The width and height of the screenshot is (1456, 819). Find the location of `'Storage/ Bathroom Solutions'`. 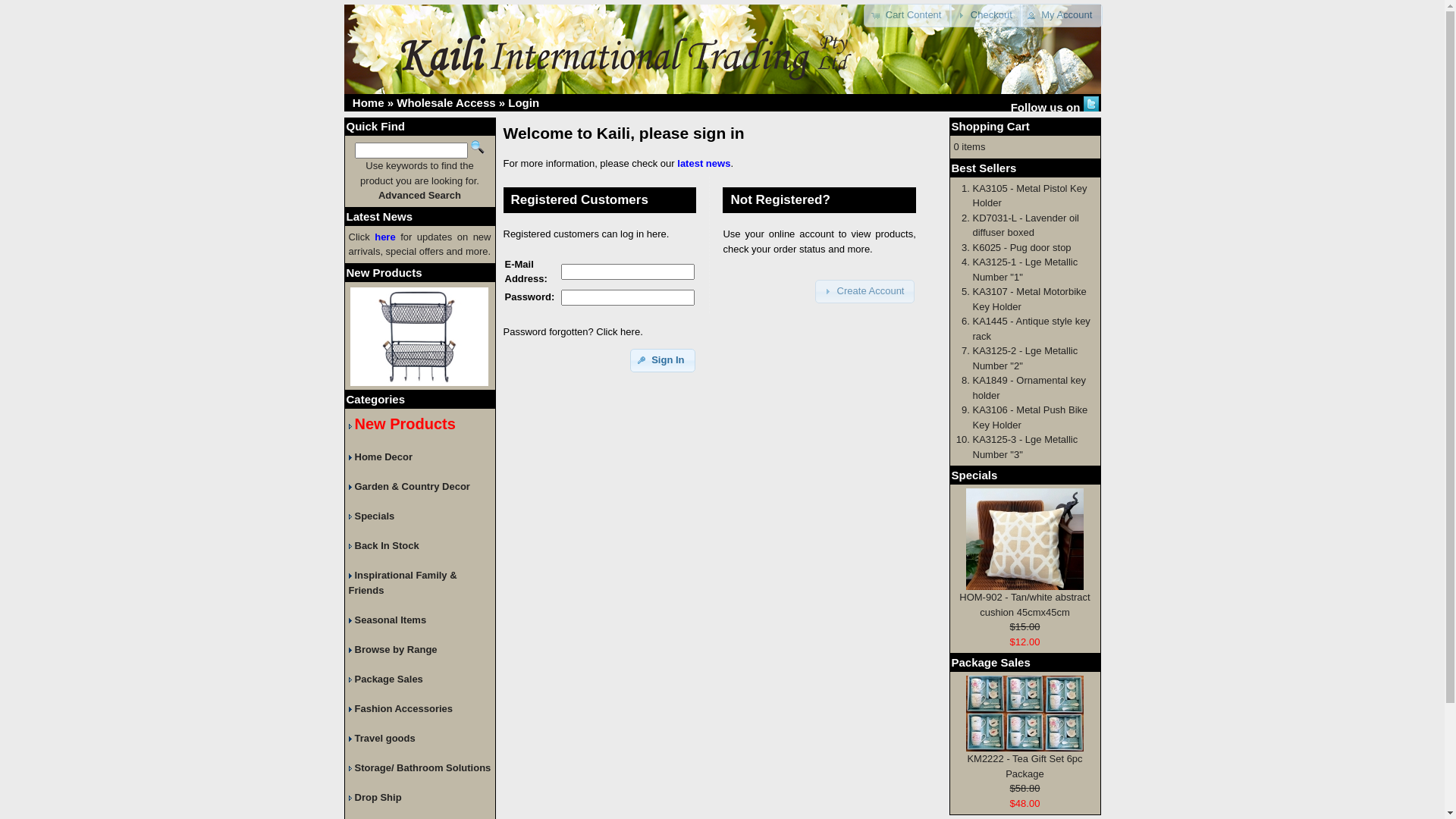

'Storage/ Bathroom Solutions' is located at coordinates (348, 767).